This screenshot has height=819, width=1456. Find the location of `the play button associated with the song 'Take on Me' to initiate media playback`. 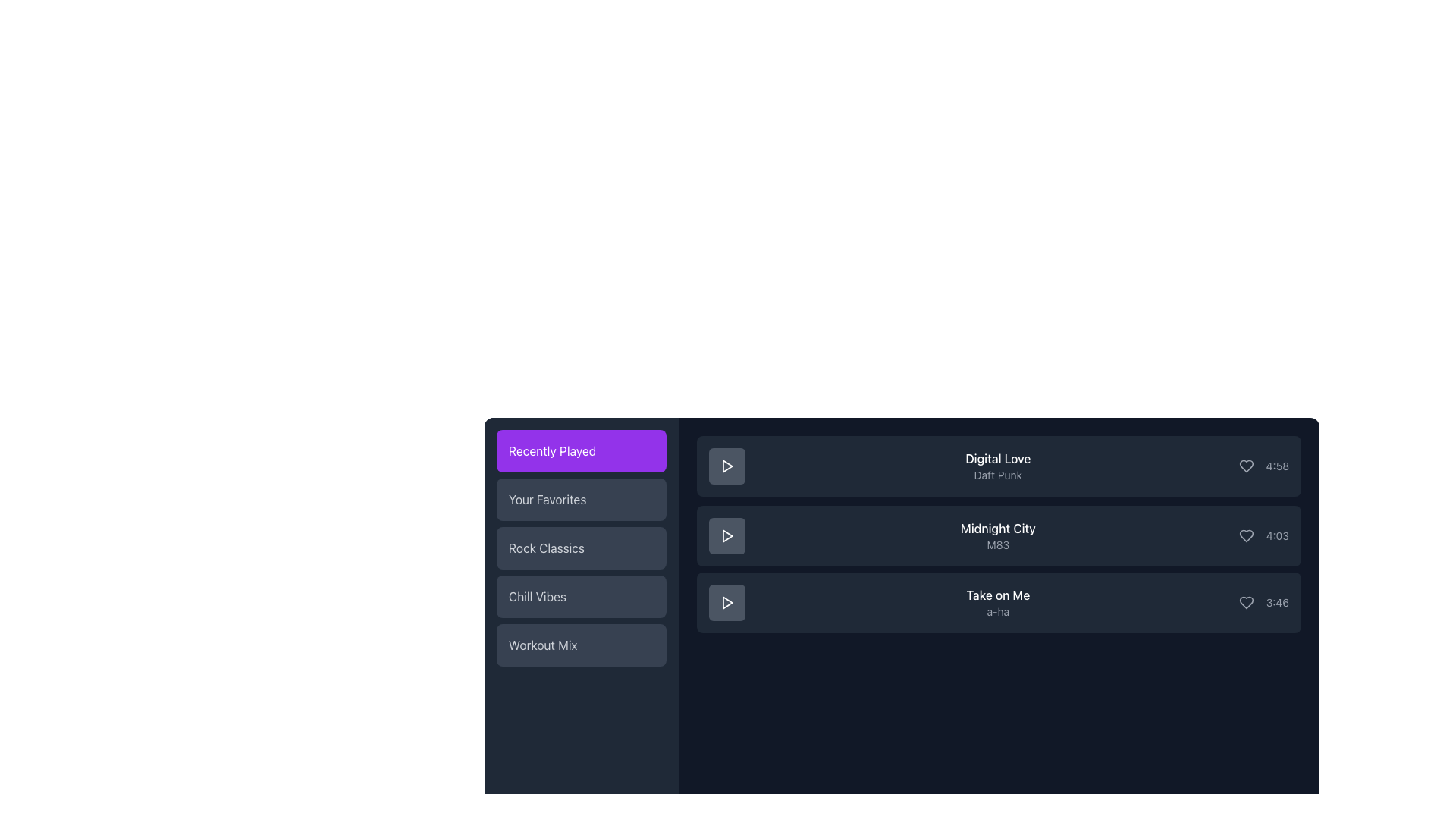

the play button associated with the song 'Take on Me' to initiate media playback is located at coordinates (726, 601).